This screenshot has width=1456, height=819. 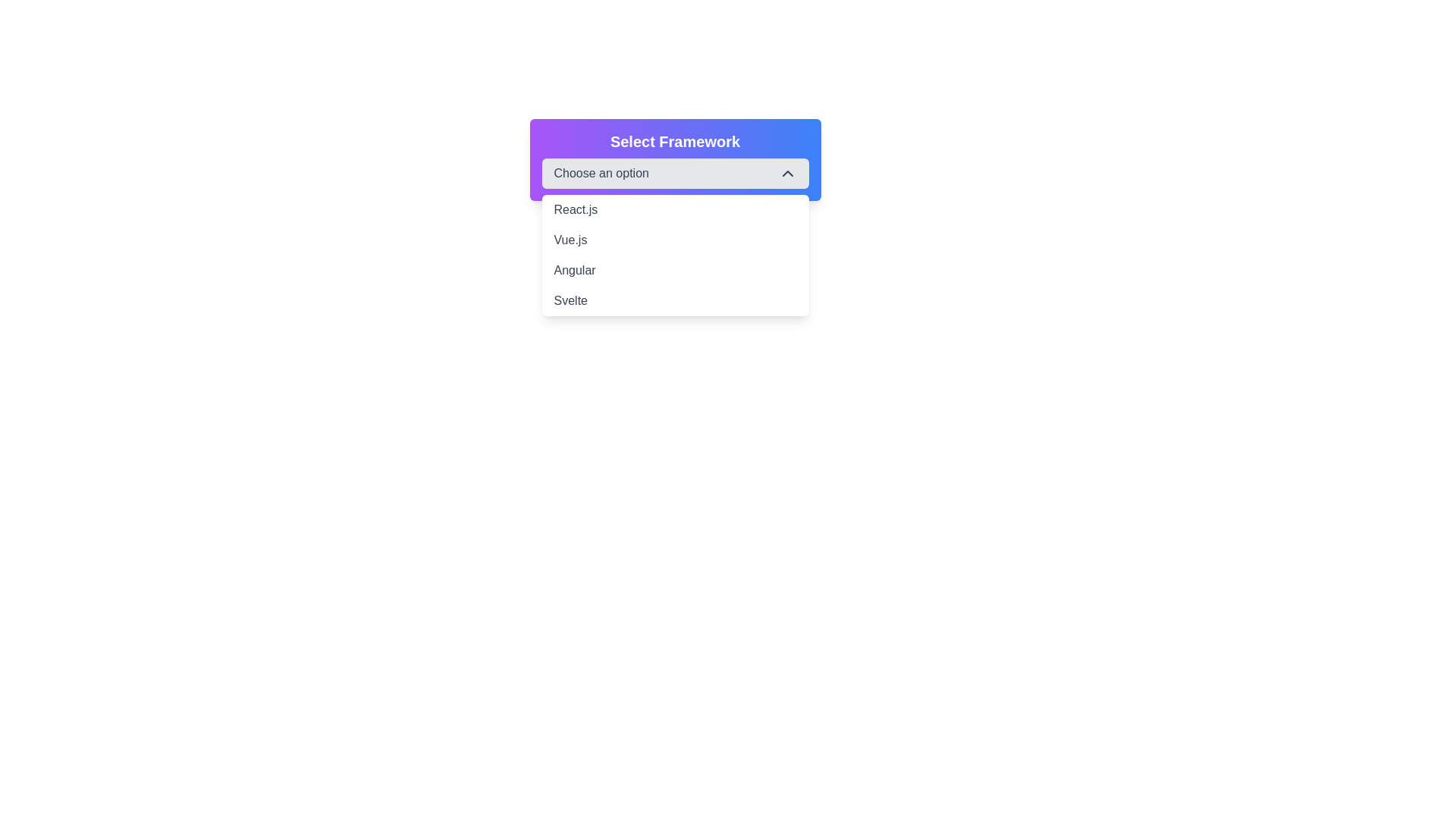 What do you see at coordinates (674, 301) in the screenshot?
I see `the 'Svelte' option in the dropdown menu, which is the fourth item below 'Angular'` at bounding box center [674, 301].